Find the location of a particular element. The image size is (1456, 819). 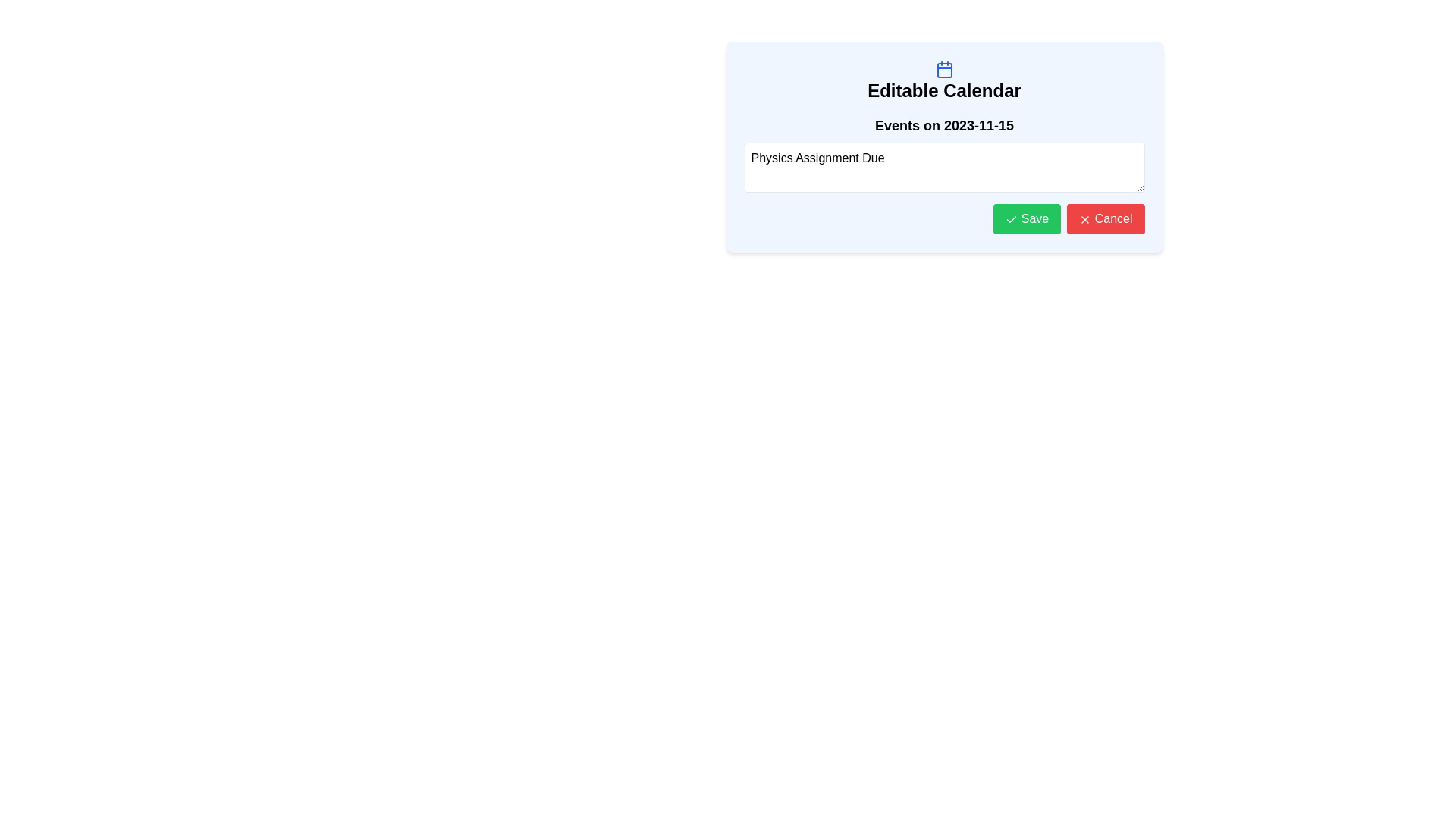

the bold, large-sized static text displaying 'Editable Calendar' which is centrally aligned within a light blue background, positioned beneath a calendar icon is located at coordinates (943, 90).